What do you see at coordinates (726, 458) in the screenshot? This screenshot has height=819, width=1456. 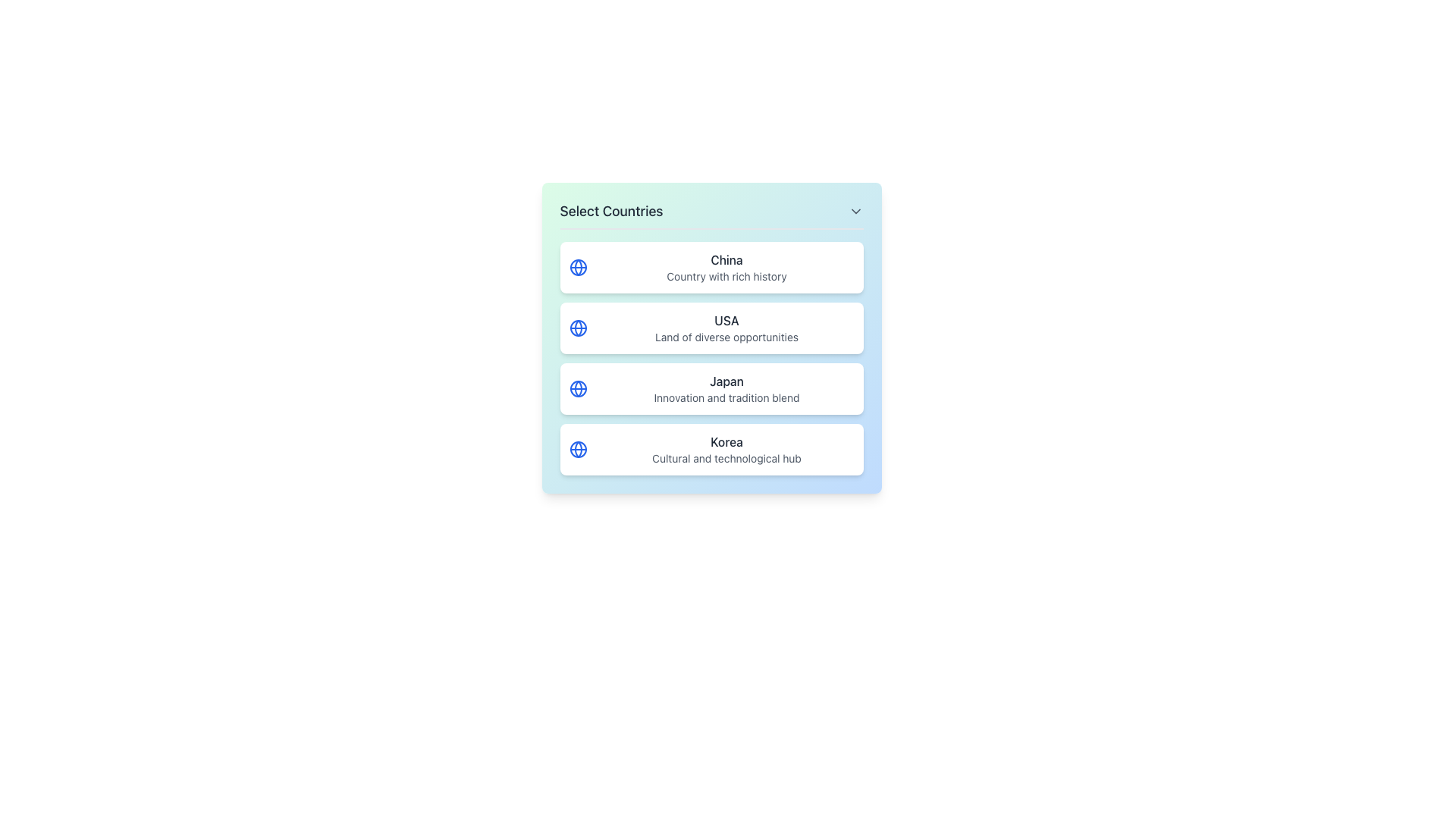 I see `text label displaying 'Cultural and technological hub' located beneath 'Korea' in the structured list of countries` at bounding box center [726, 458].